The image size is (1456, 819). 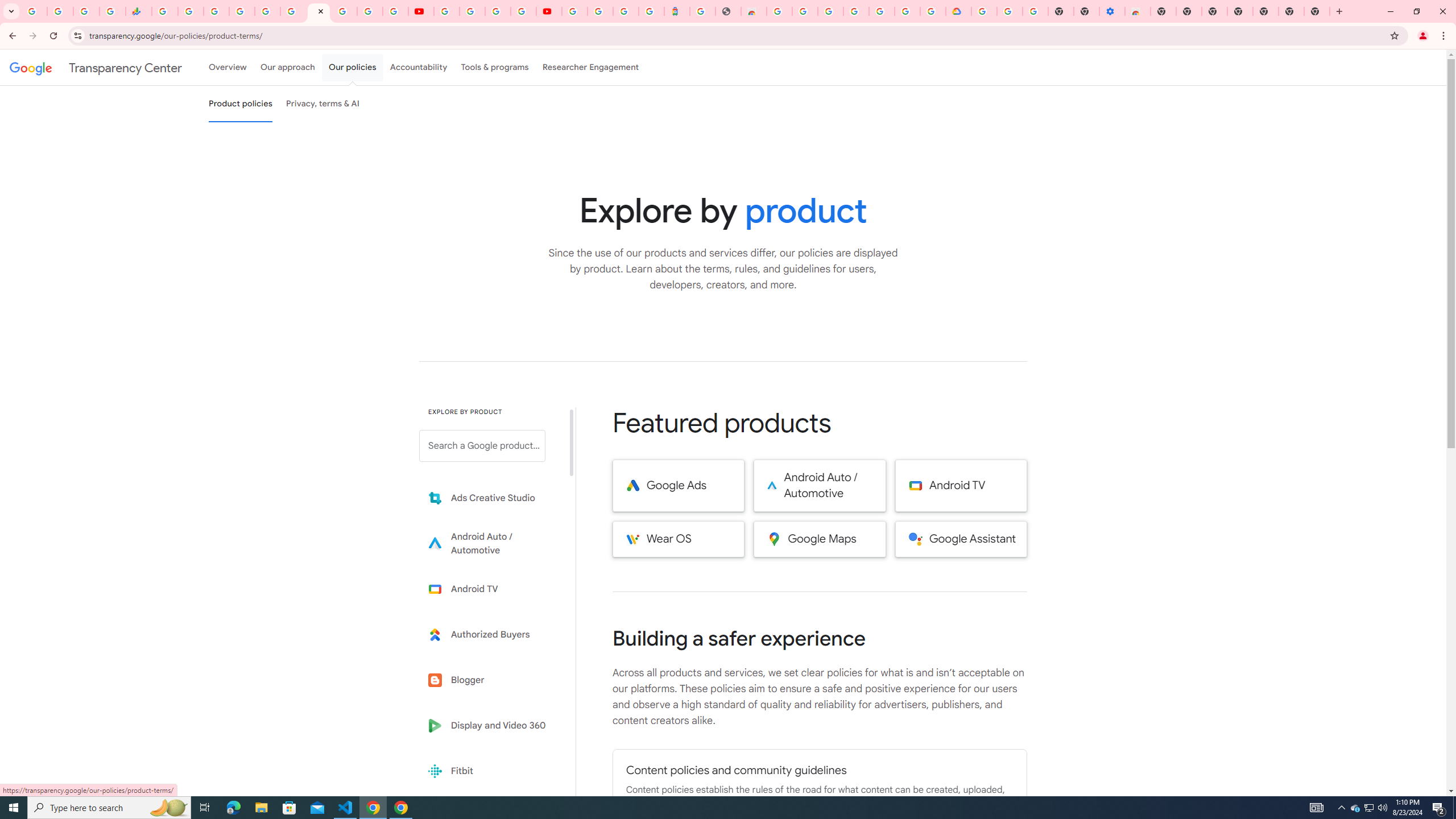 I want to click on 'Accountability', so click(x=418, y=67).